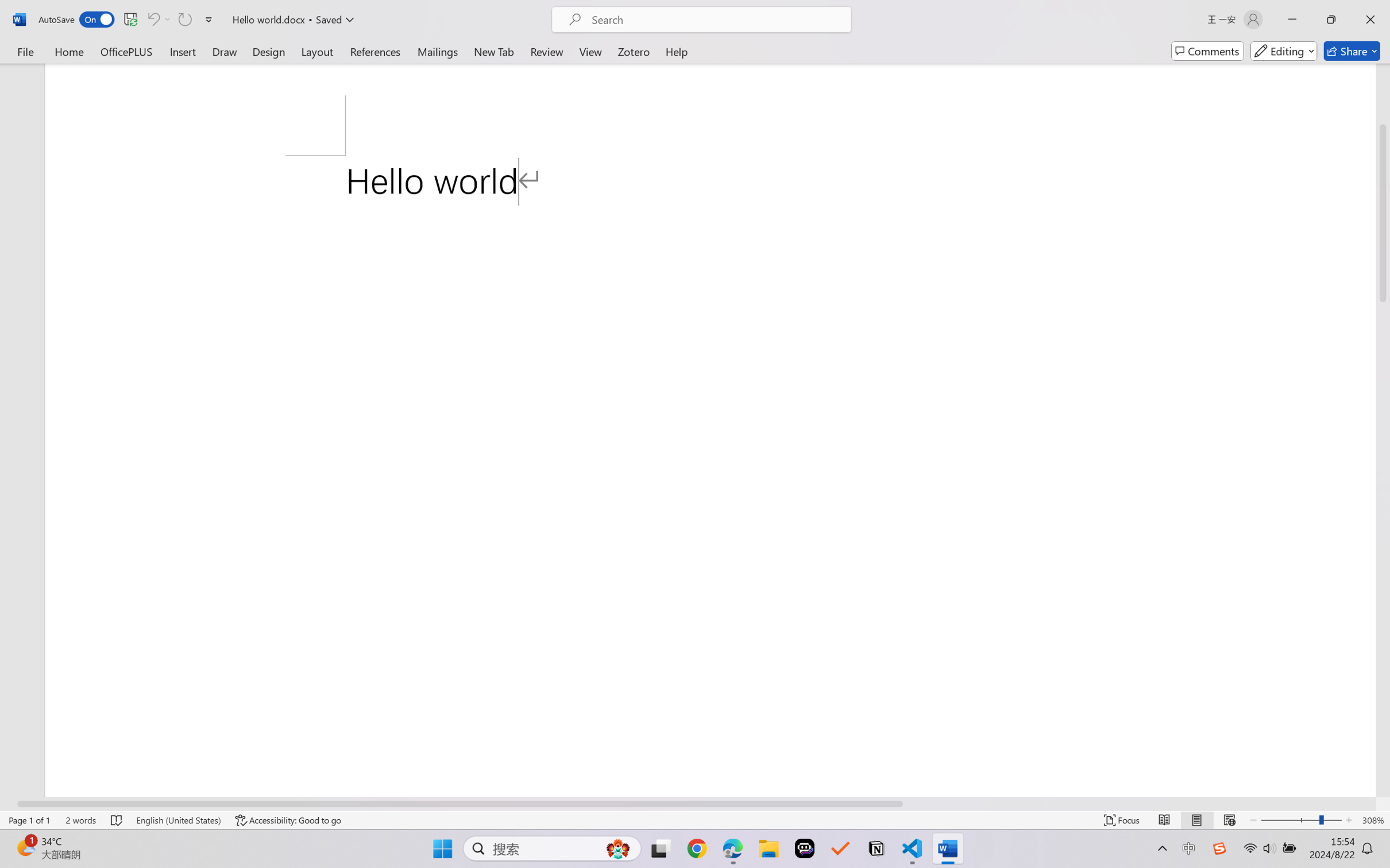  What do you see at coordinates (1196, 820) in the screenshot?
I see `'Print Layout'` at bounding box center [1196, 820].